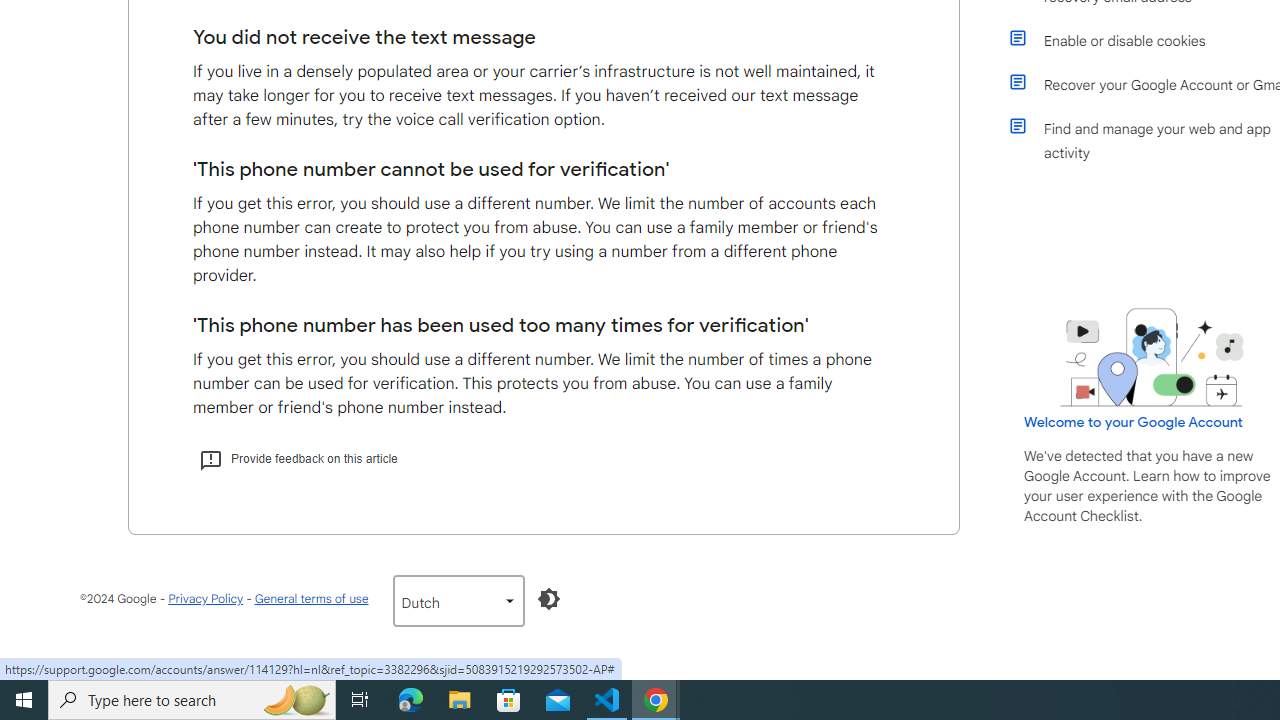  Describe the element at coordinates (548, 598) in the screenshot. I see `'Enable dark mode'` at that location.